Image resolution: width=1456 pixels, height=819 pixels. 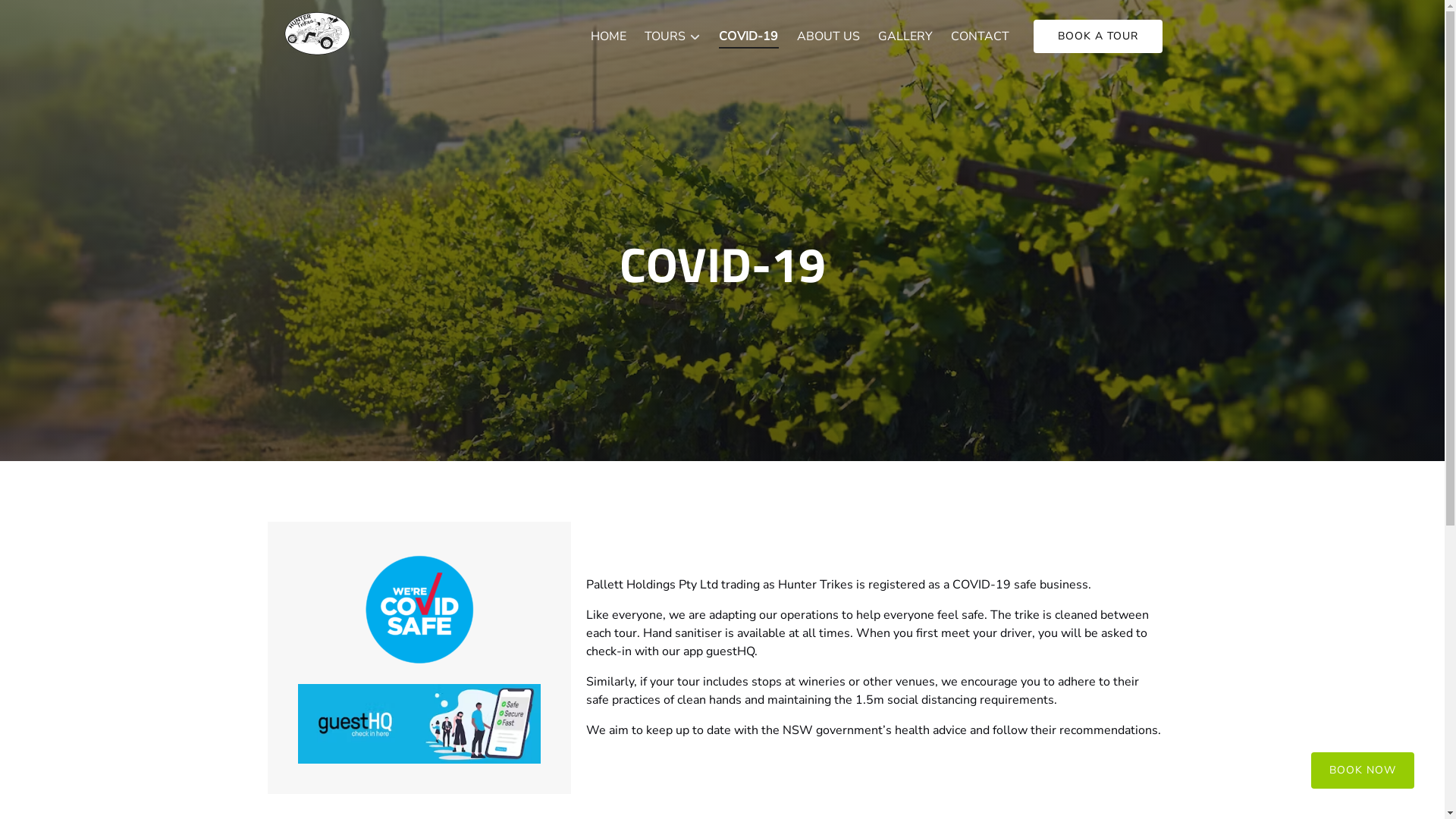 What do you see at coordinates (44, 17) in the screenshot?
I see `'Skip to footer'` at bounding box center [44, 17].